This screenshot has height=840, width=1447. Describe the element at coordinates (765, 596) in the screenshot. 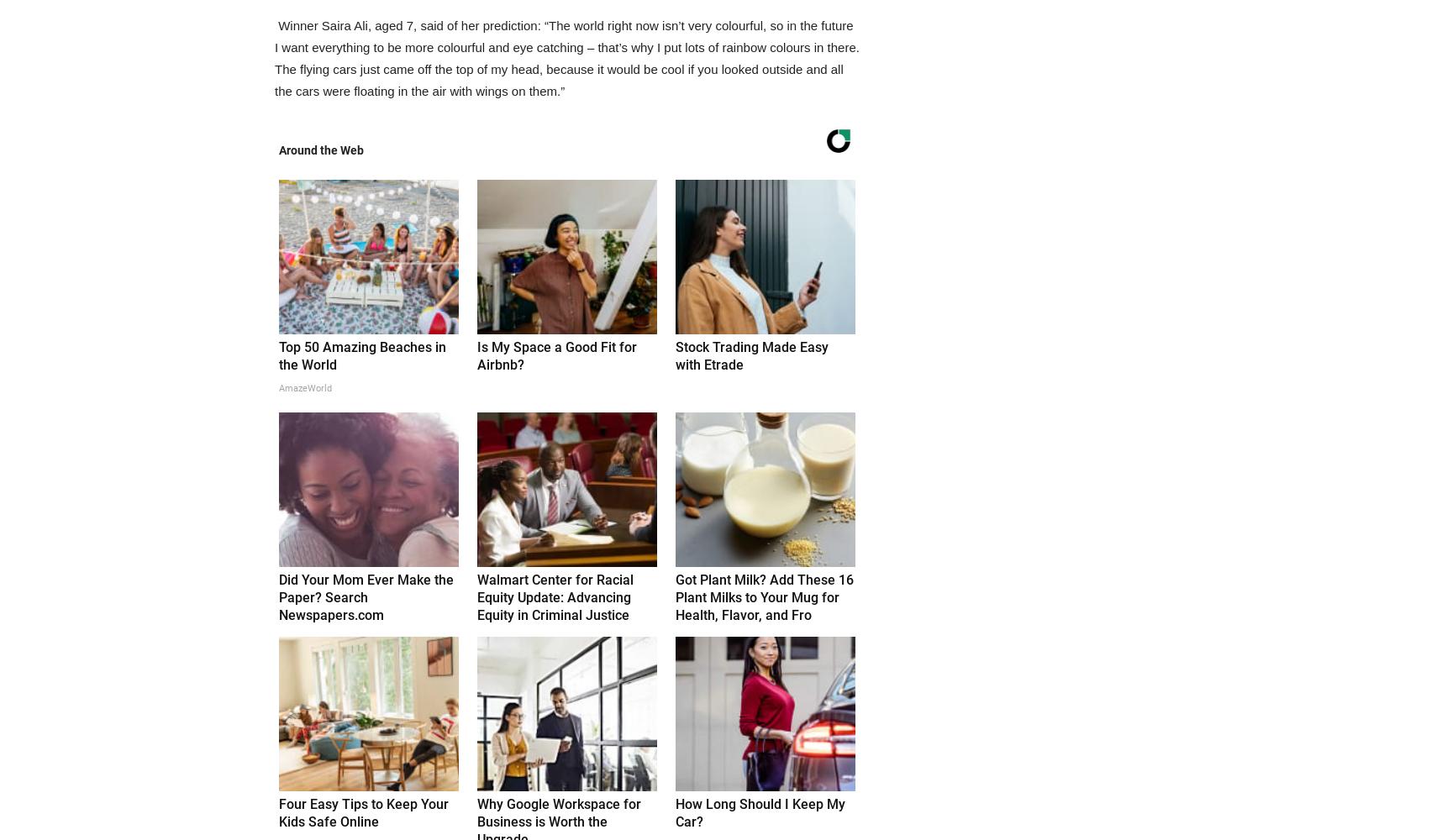

I see `'Got Plant Milk? Add These 16 Plant Milks to Your Mug for Health, Flavor, and Fro'` at that location.